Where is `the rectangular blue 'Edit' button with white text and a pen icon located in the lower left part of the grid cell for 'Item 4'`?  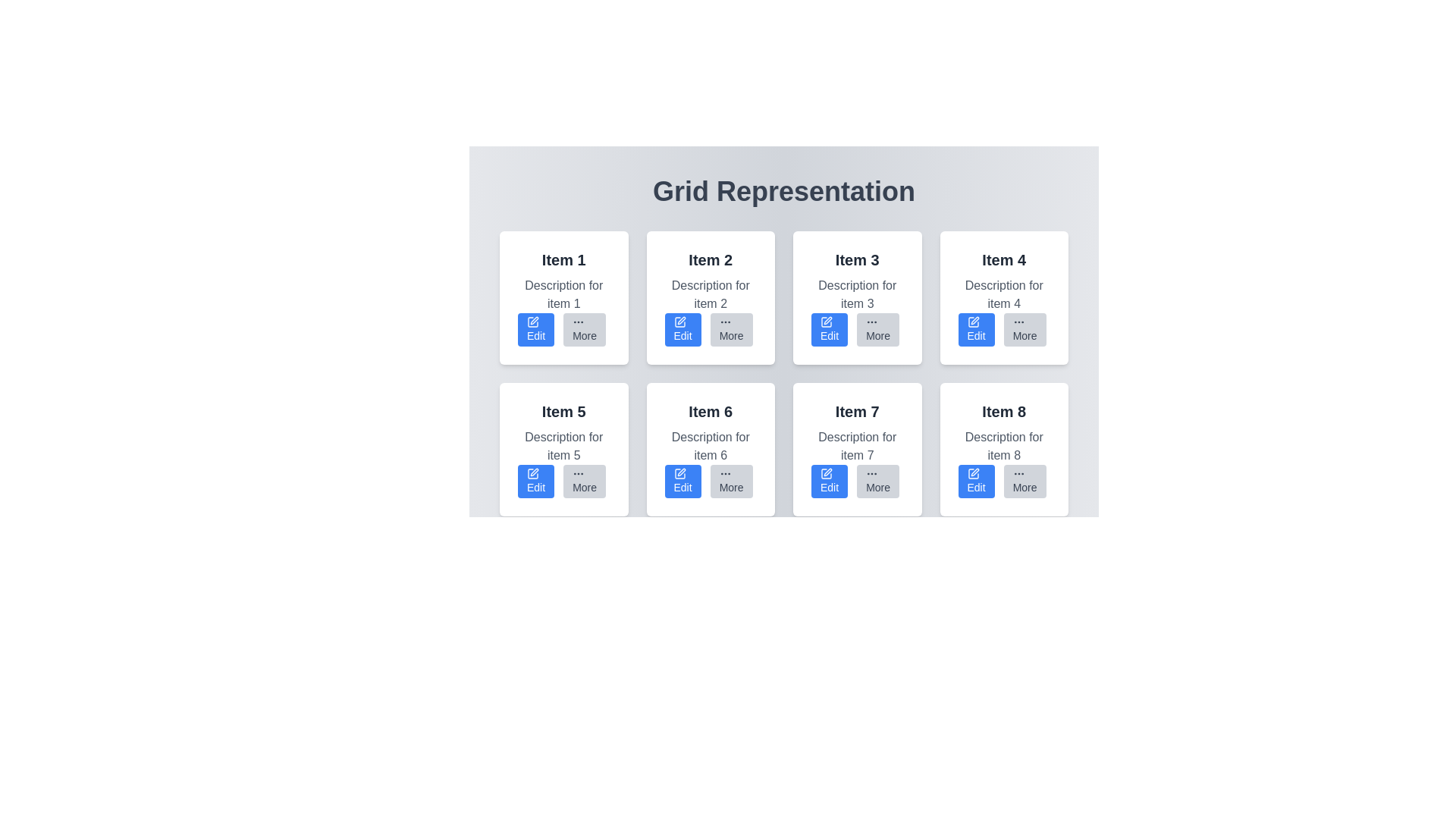
the rectangular blue 'Edit' button with white text and a pen icon located in the lower left part of the grid cell for 'Item 4' is located at coordinates (976, 329).